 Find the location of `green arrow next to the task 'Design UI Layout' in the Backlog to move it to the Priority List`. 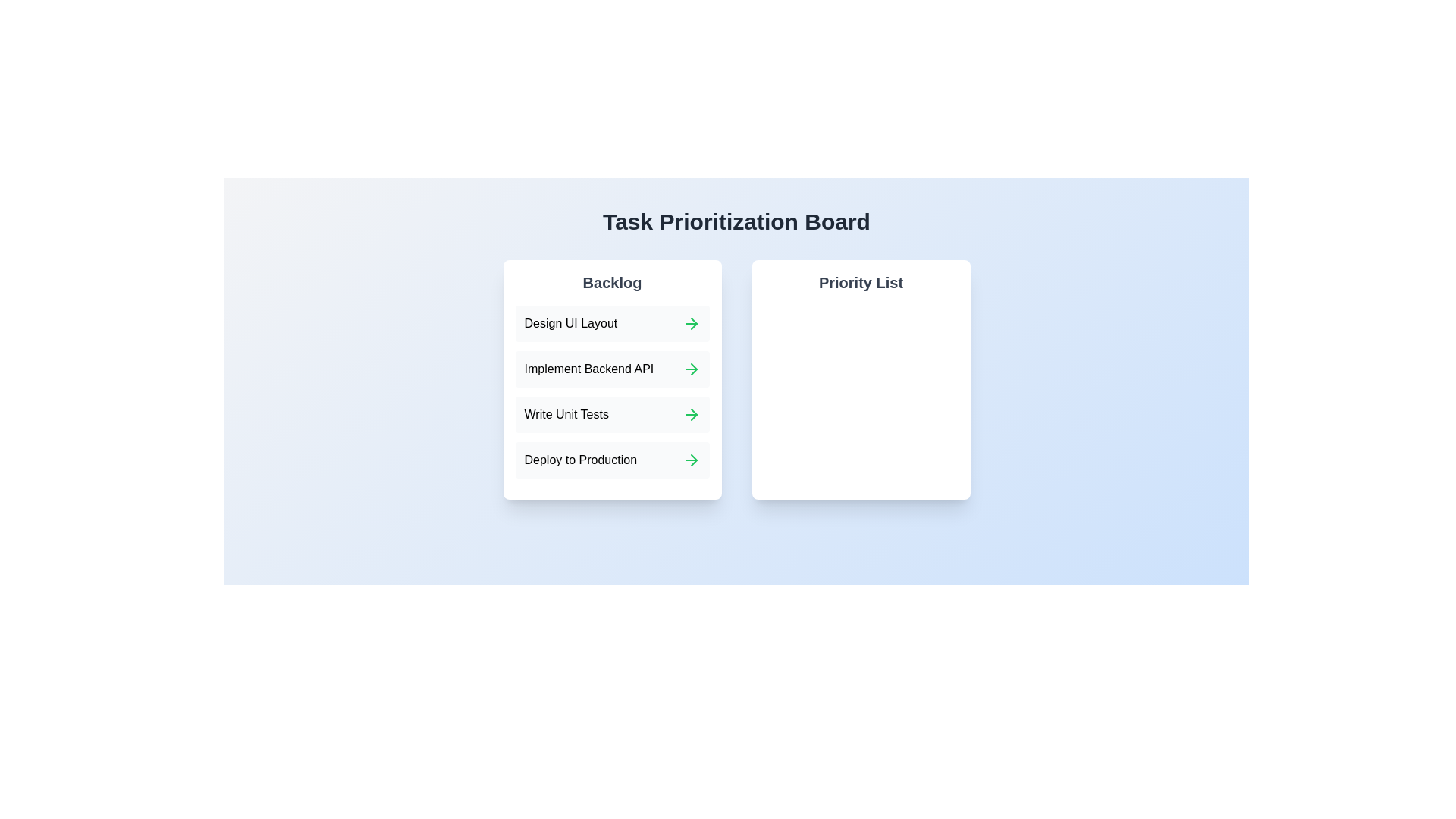

green arrow next to the task 'Design UI Layout' in the Backlog to move it to the Priority List is located at coordinates (690, 323).